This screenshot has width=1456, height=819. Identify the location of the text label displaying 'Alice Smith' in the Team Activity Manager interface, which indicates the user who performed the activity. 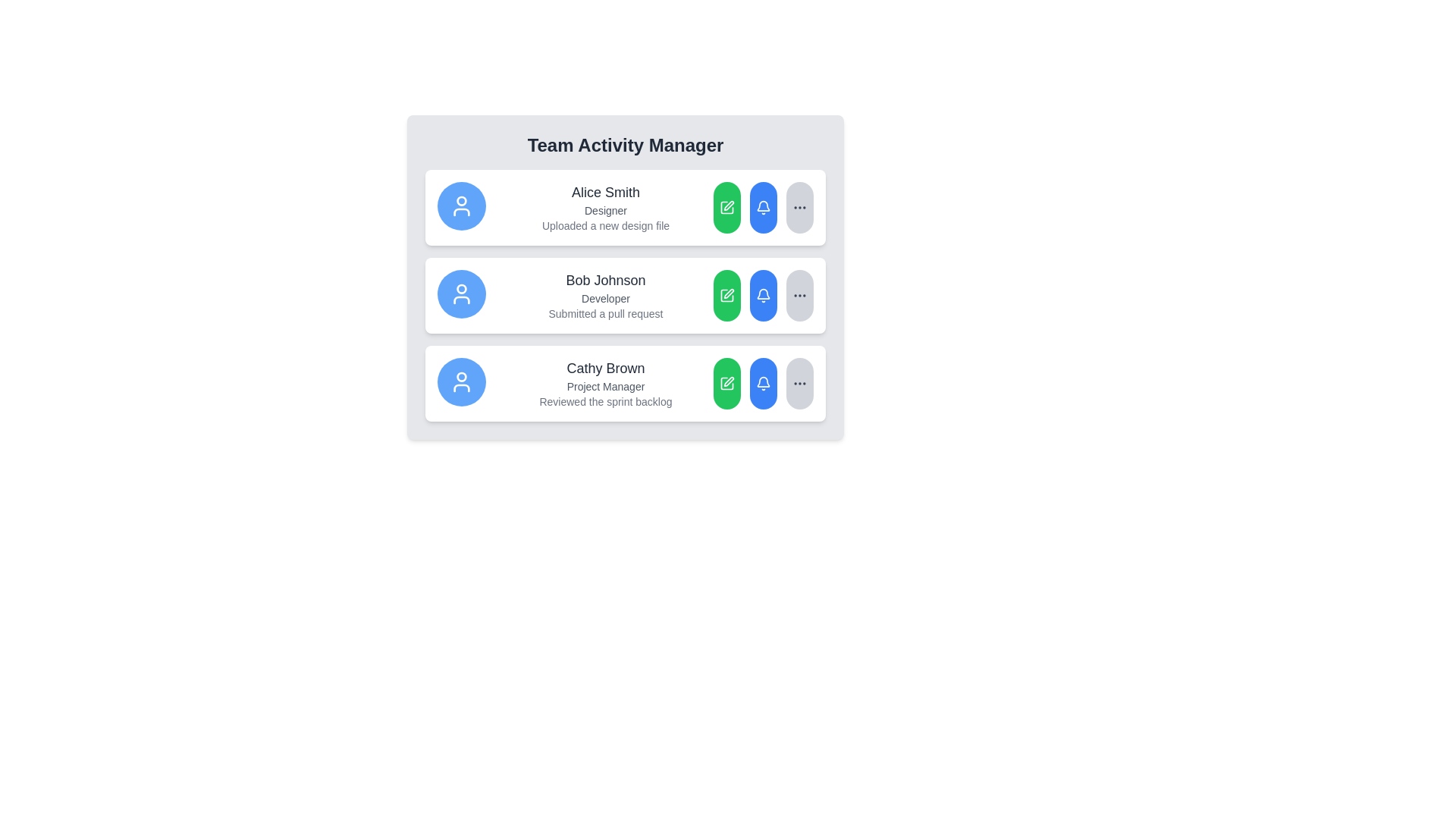
(604, 192).